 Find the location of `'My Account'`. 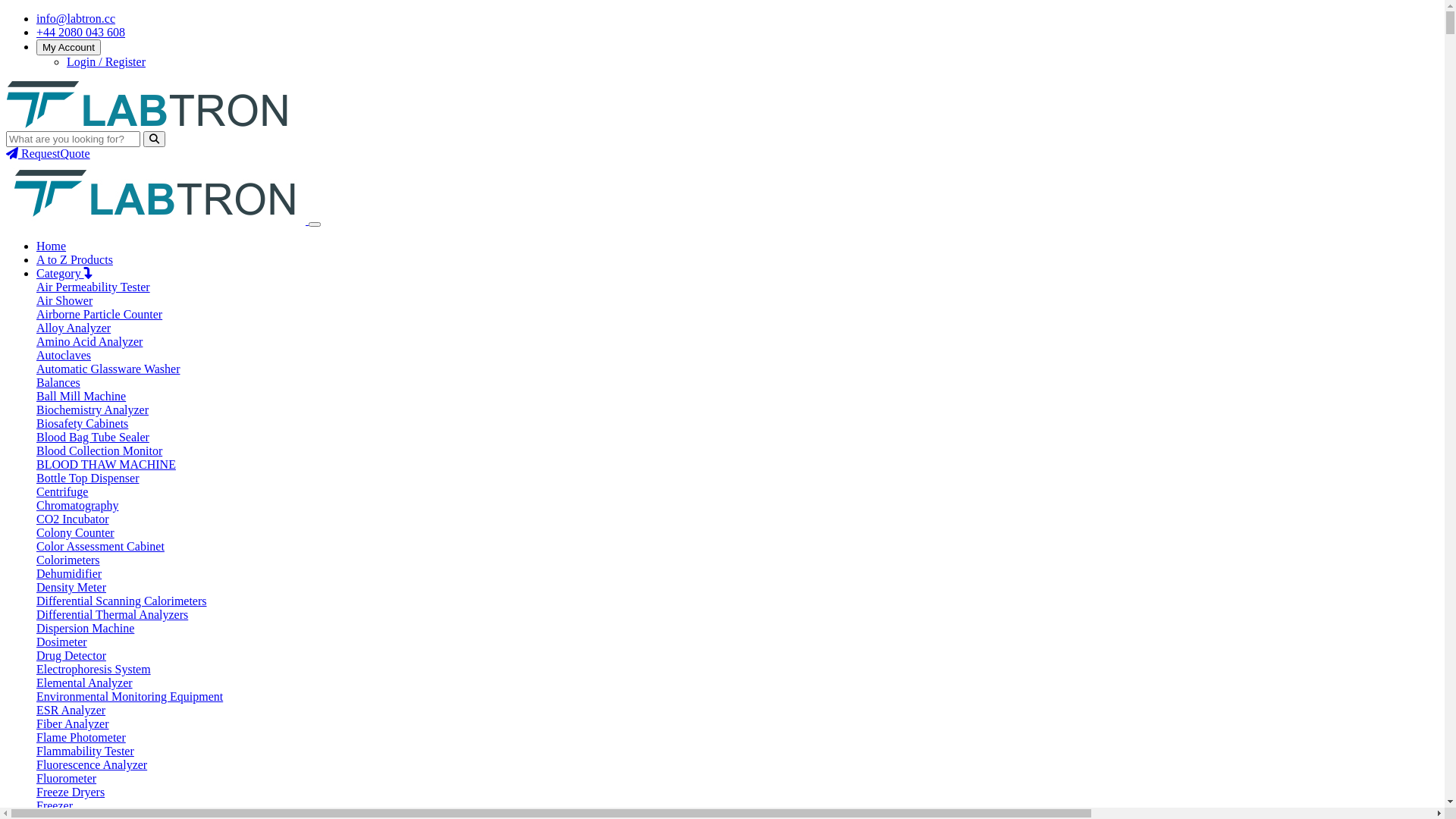

'My Account' is located at coordinates (36, 46).